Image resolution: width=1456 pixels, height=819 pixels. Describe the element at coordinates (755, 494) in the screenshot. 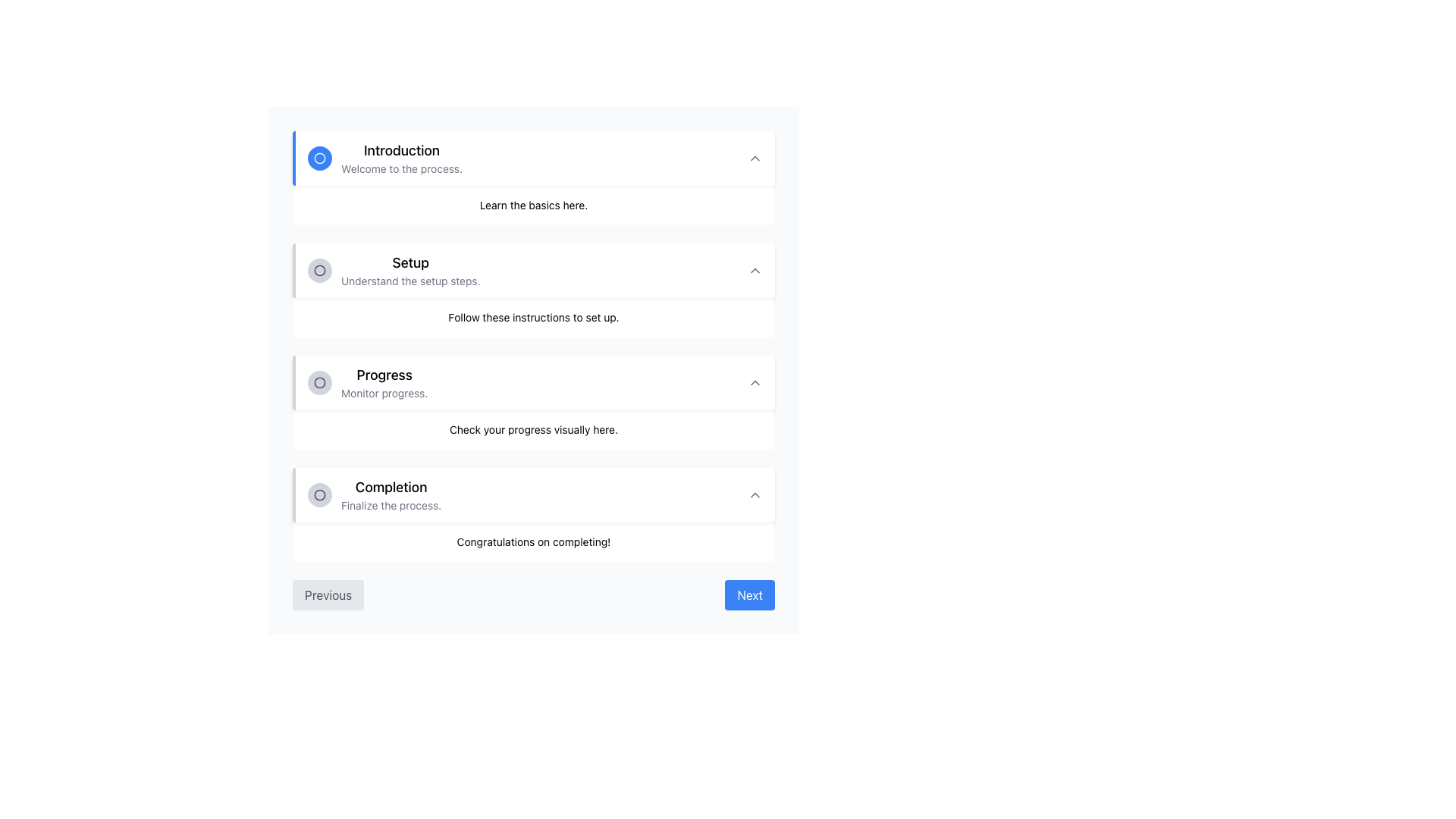

I see `the chevron-shaped toggle button located on the far-right side of the 'Completion' section` at that location.